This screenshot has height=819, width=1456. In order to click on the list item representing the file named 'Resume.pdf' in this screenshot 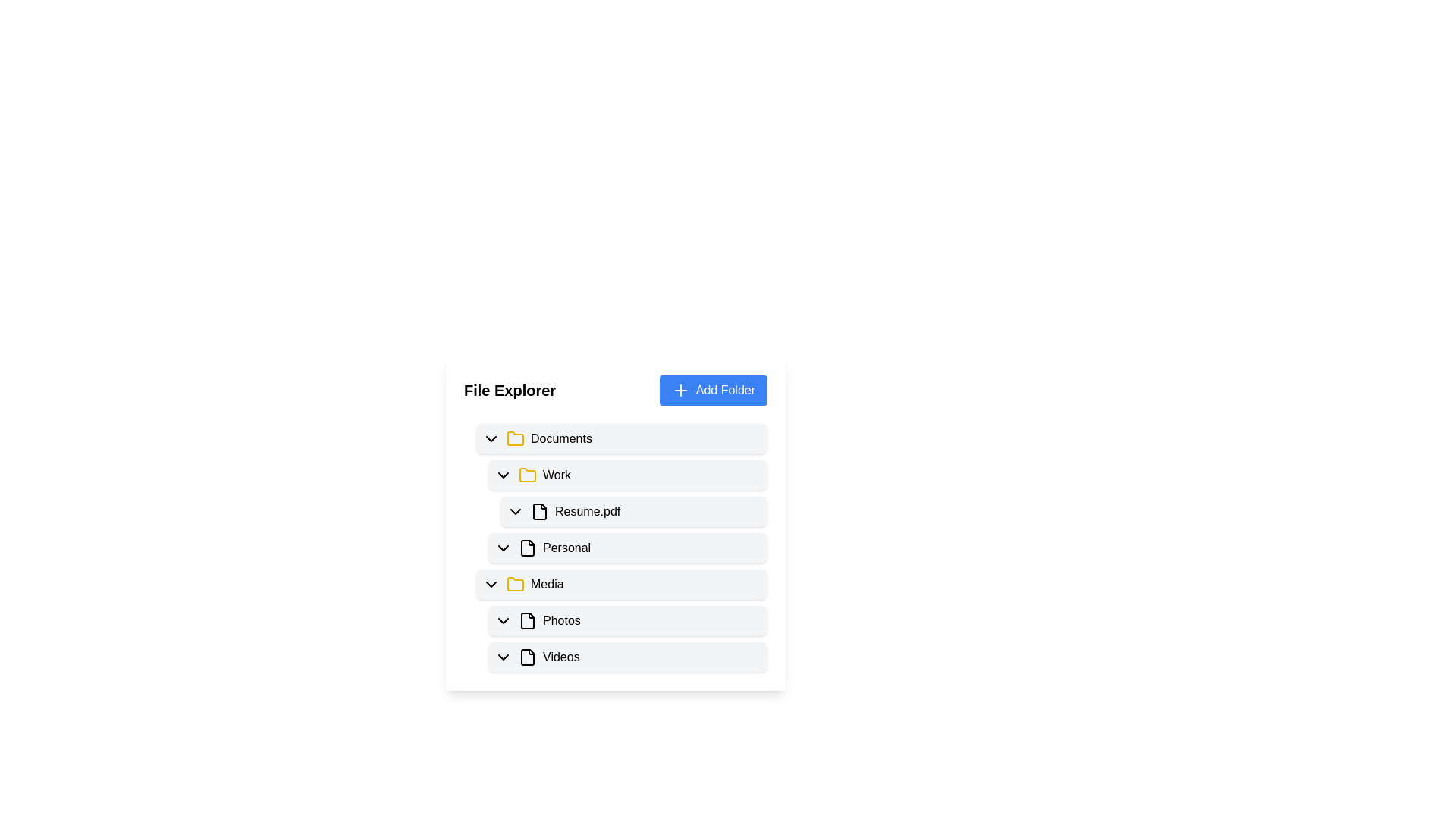, I will do `click(615, 522)`.